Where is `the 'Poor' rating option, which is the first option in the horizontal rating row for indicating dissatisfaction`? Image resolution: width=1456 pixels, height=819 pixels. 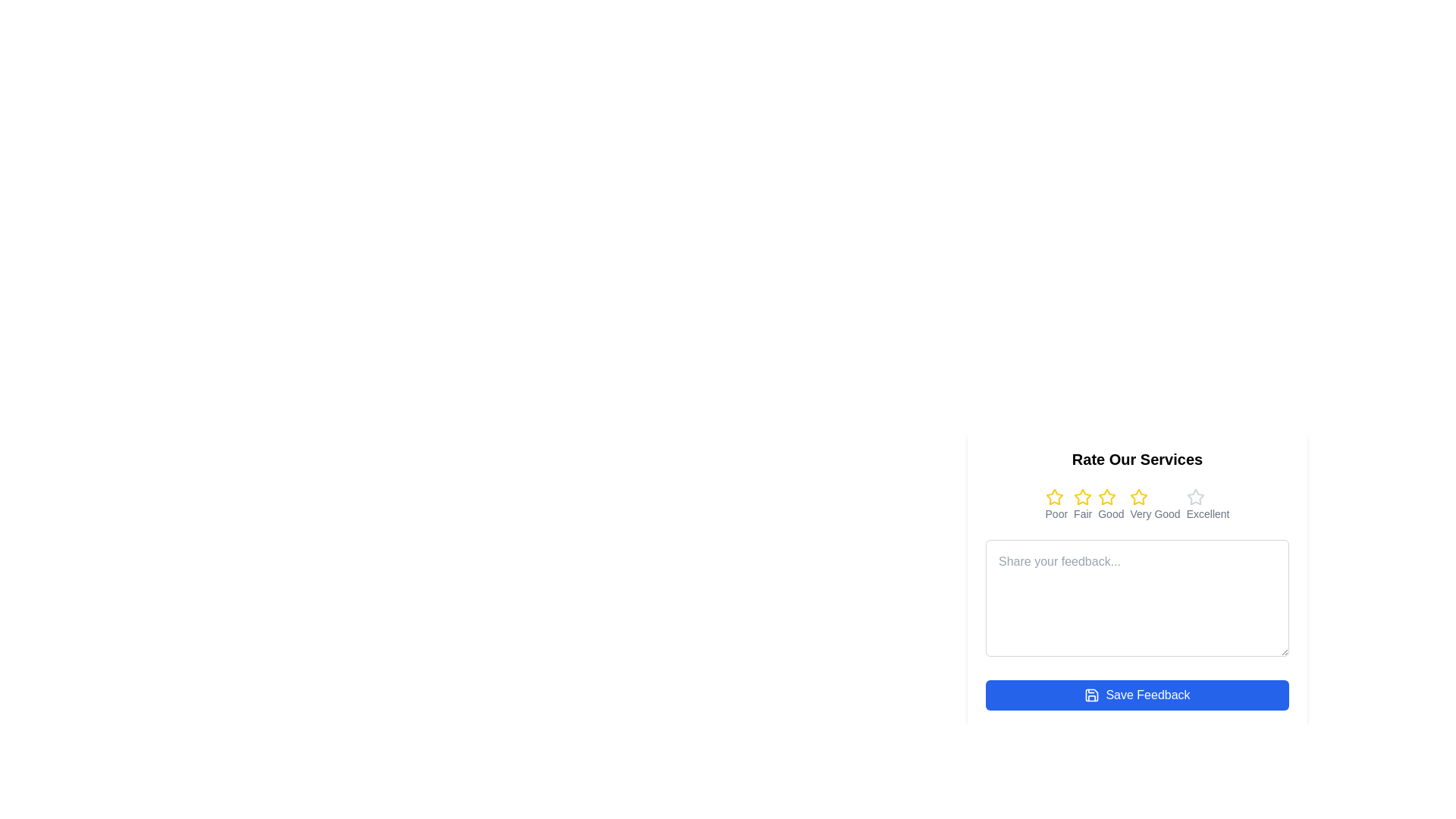 the 'Poor' rating option, which is the first option in the horizontal rating row for indicating dissatisfaction is located at coordinates (1056, 505).